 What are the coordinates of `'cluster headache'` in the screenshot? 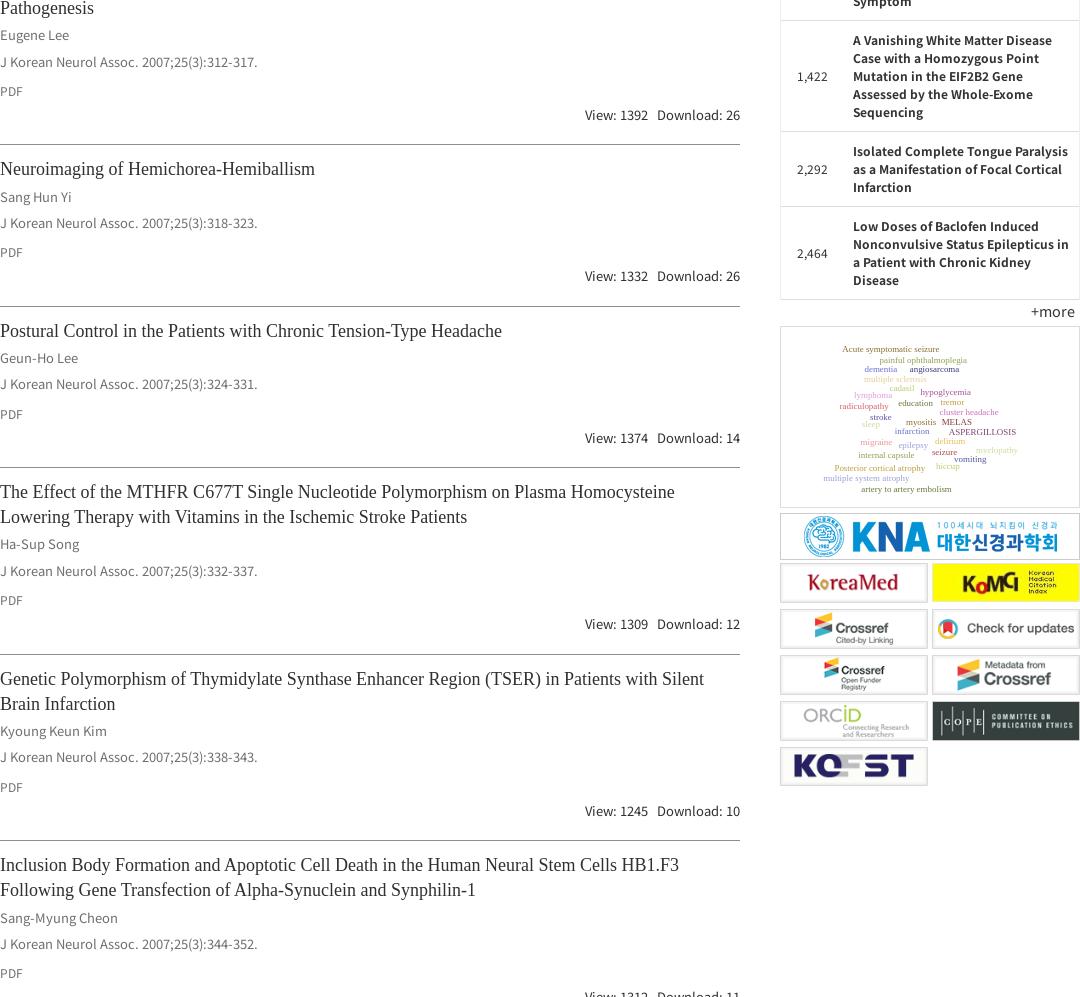 It's located at (955, 433).